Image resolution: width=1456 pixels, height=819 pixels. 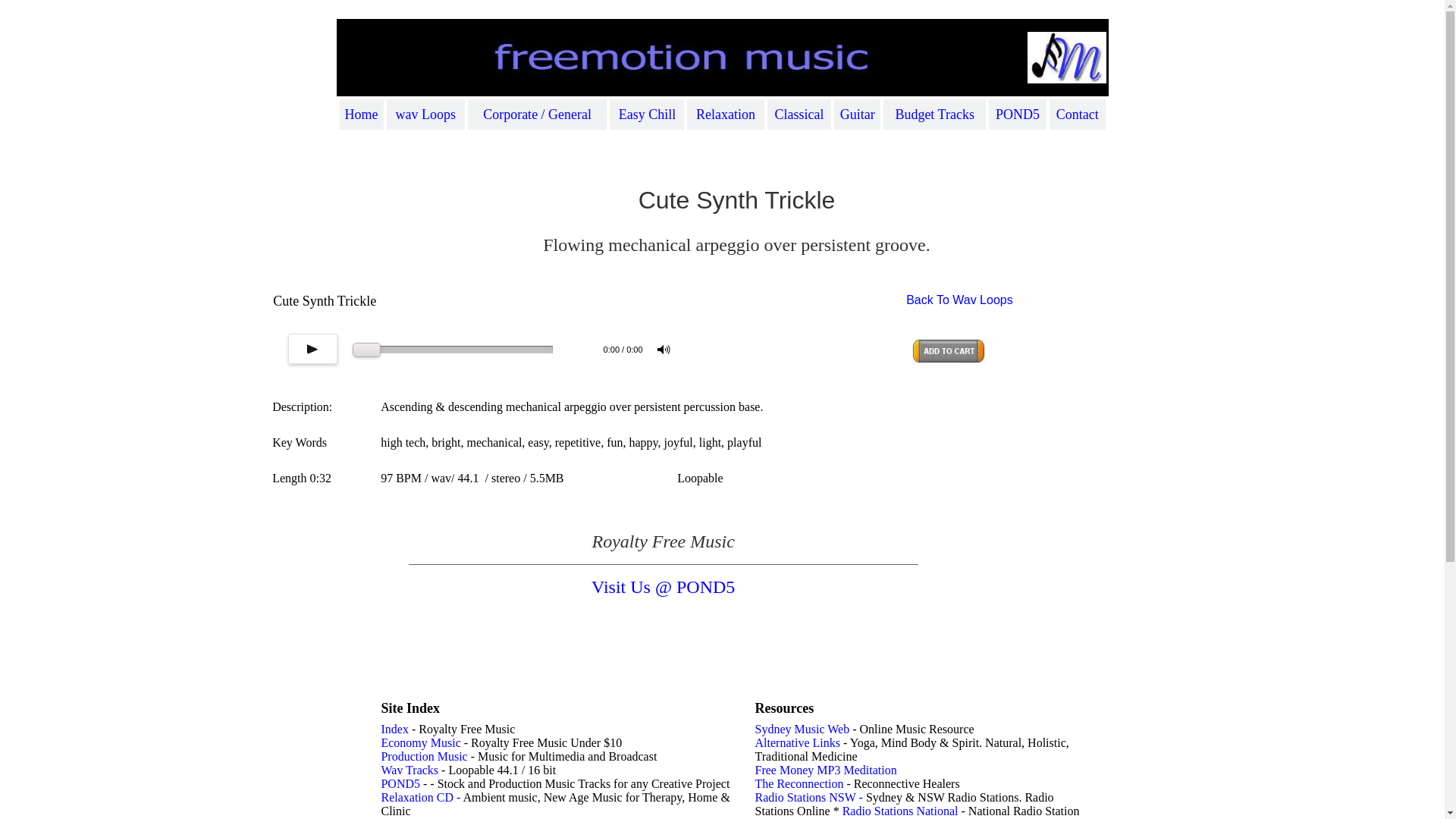 I want to click on '-', so click(x=456, y=796).